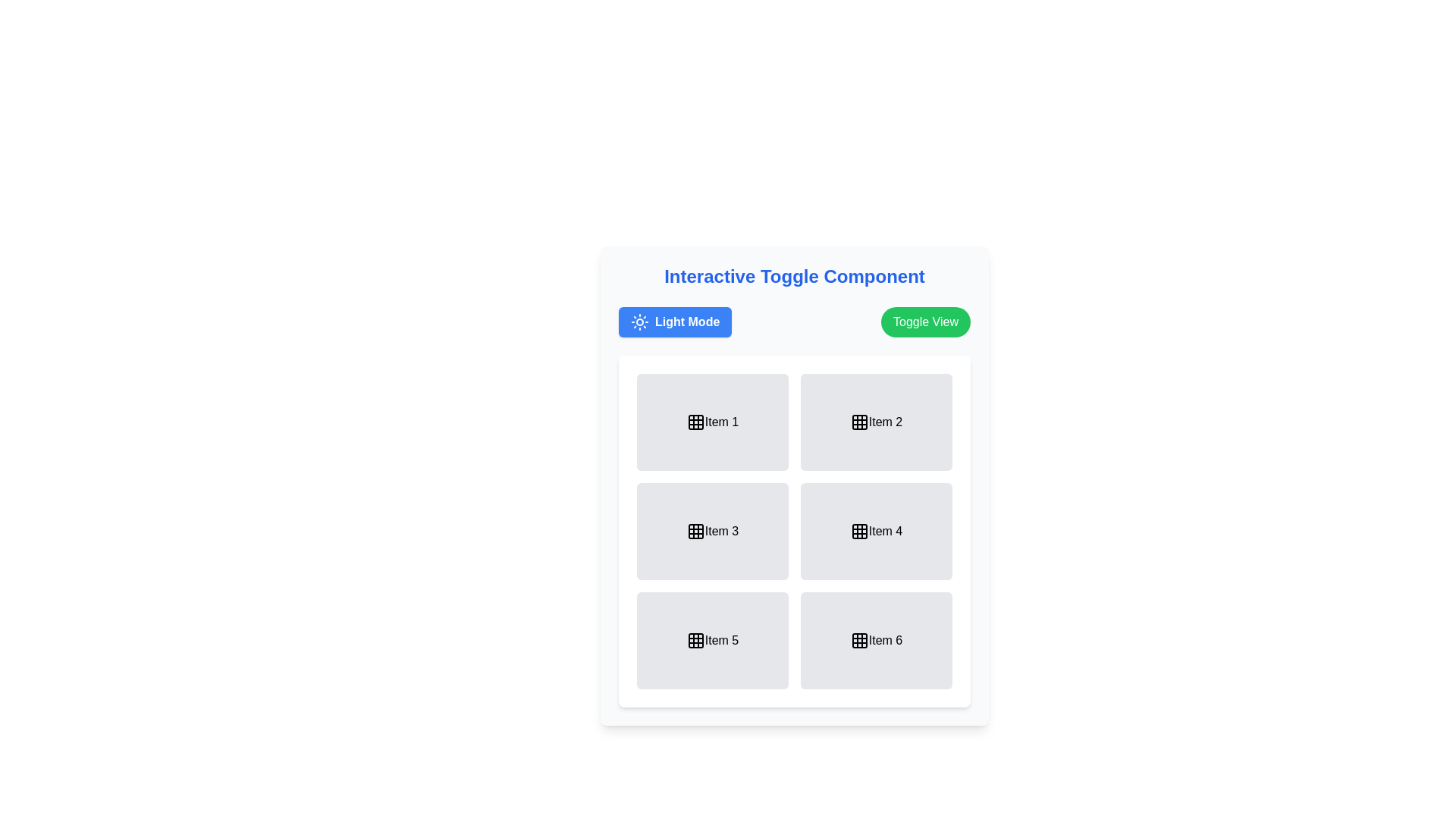 The height and width of the screenshot is (819, 1456). Describe the element at coordinates (712, 531) in the screenshot. I see `the grid item positioned in the second row, first column of the grid layout, which serves as a placeholder or representative block` at that location.